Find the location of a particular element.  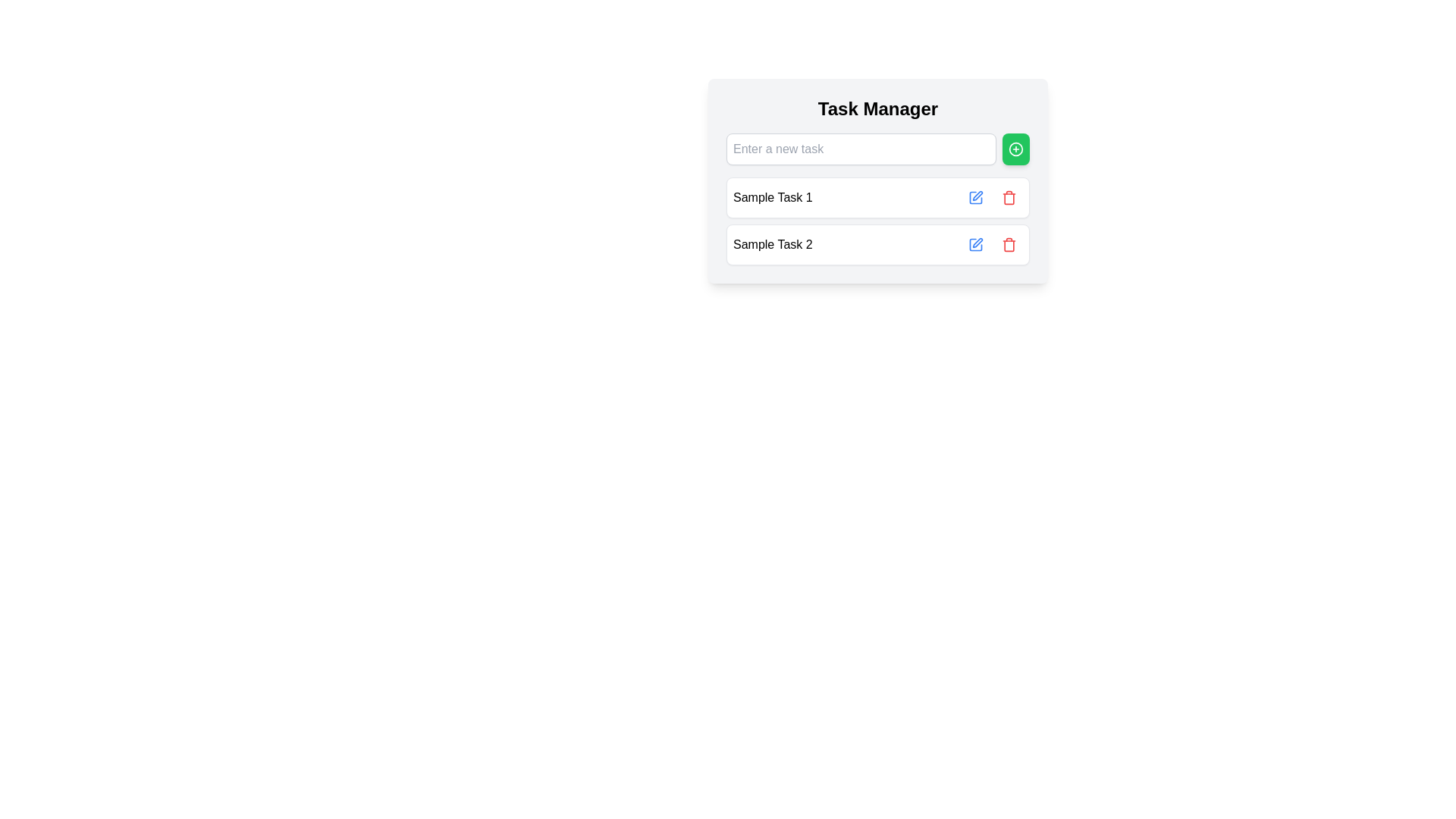

the first text label in the upper section of the task list interface that displays the name or title of a task is located at coordinates (773, 197).